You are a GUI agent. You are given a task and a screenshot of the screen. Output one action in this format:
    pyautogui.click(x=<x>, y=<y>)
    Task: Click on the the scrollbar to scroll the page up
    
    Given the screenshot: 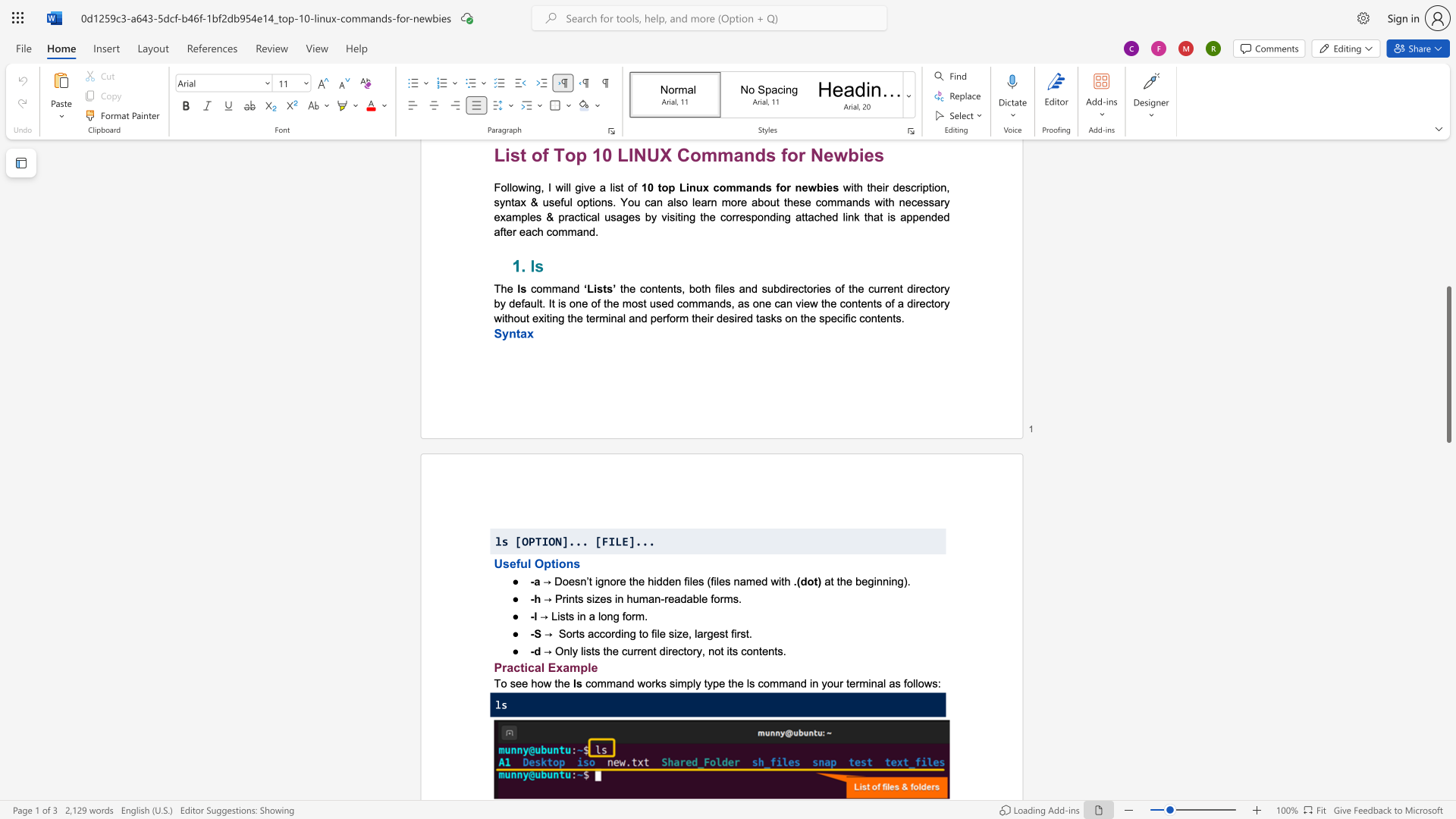 What is the action you would take?
    pyautogui.click(x=1448, y=332)
    